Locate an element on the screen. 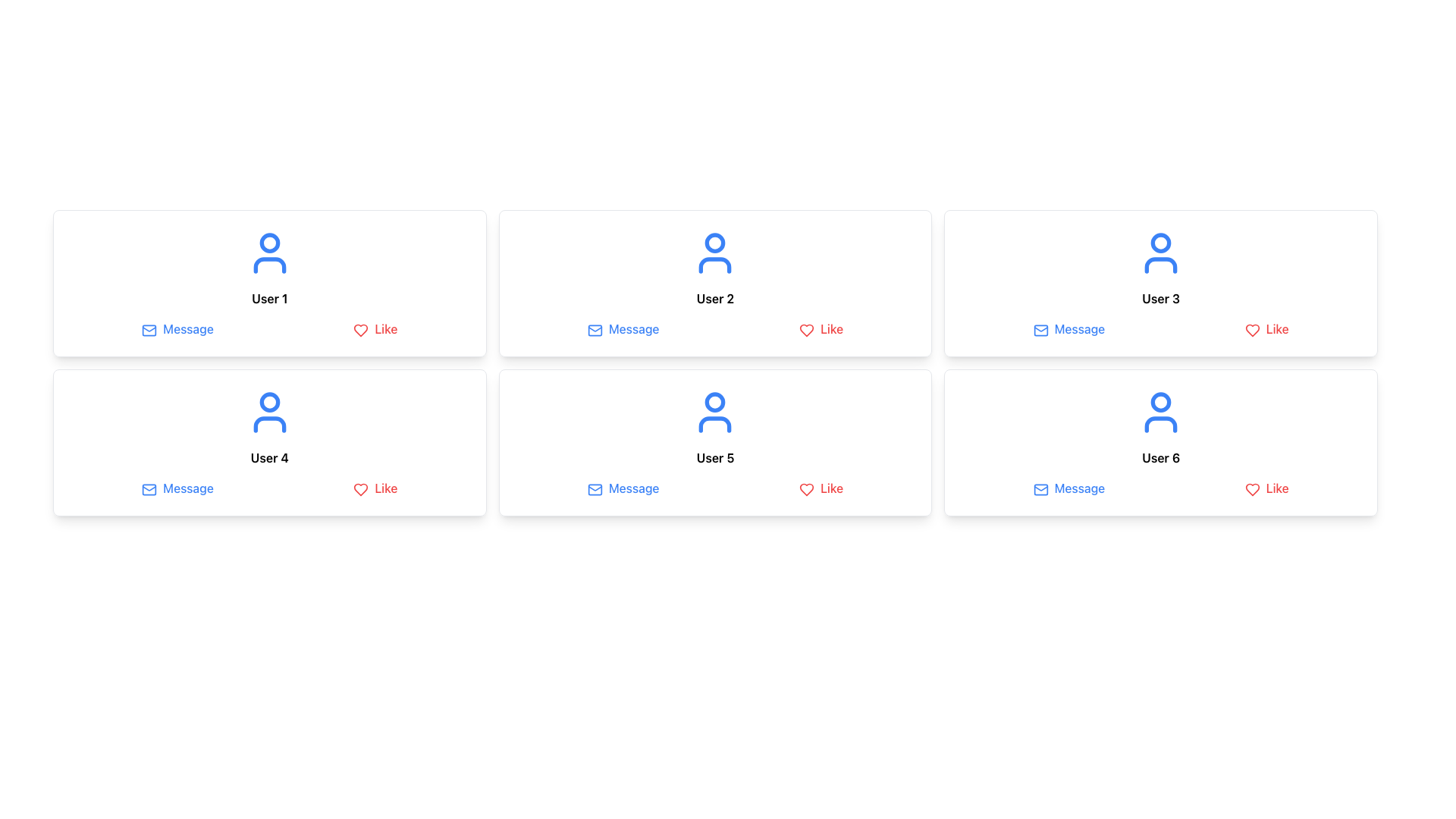 The width and height of the screenshot is (1456, 819). the 'like' icon located at the bottom-right section of the third card in the second row of the grid layout, which serves as a visual indicator for a positive feedback action is located at coordinates (1252, 489).